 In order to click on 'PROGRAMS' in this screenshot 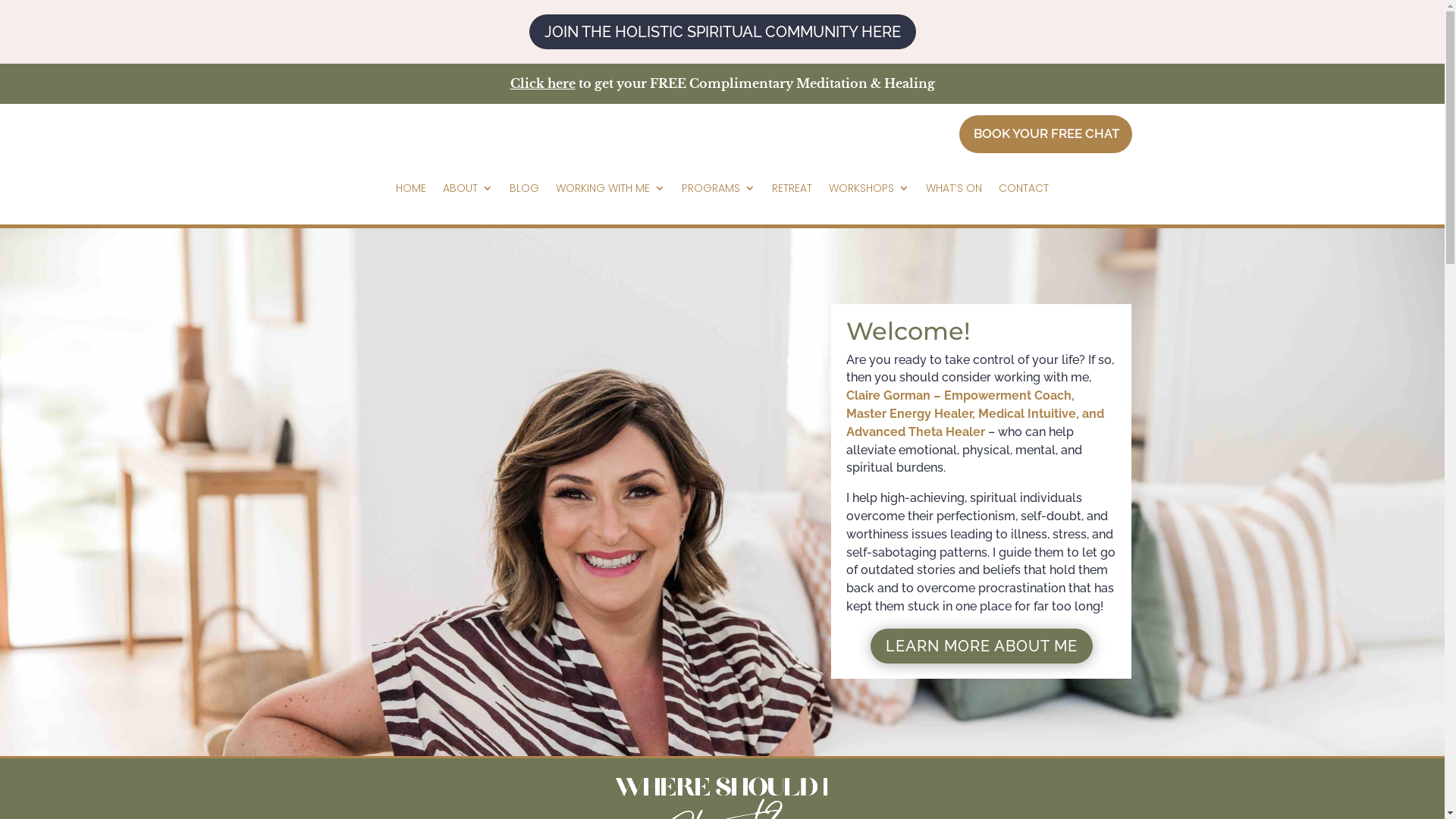, I will do `click(680, 187)`.